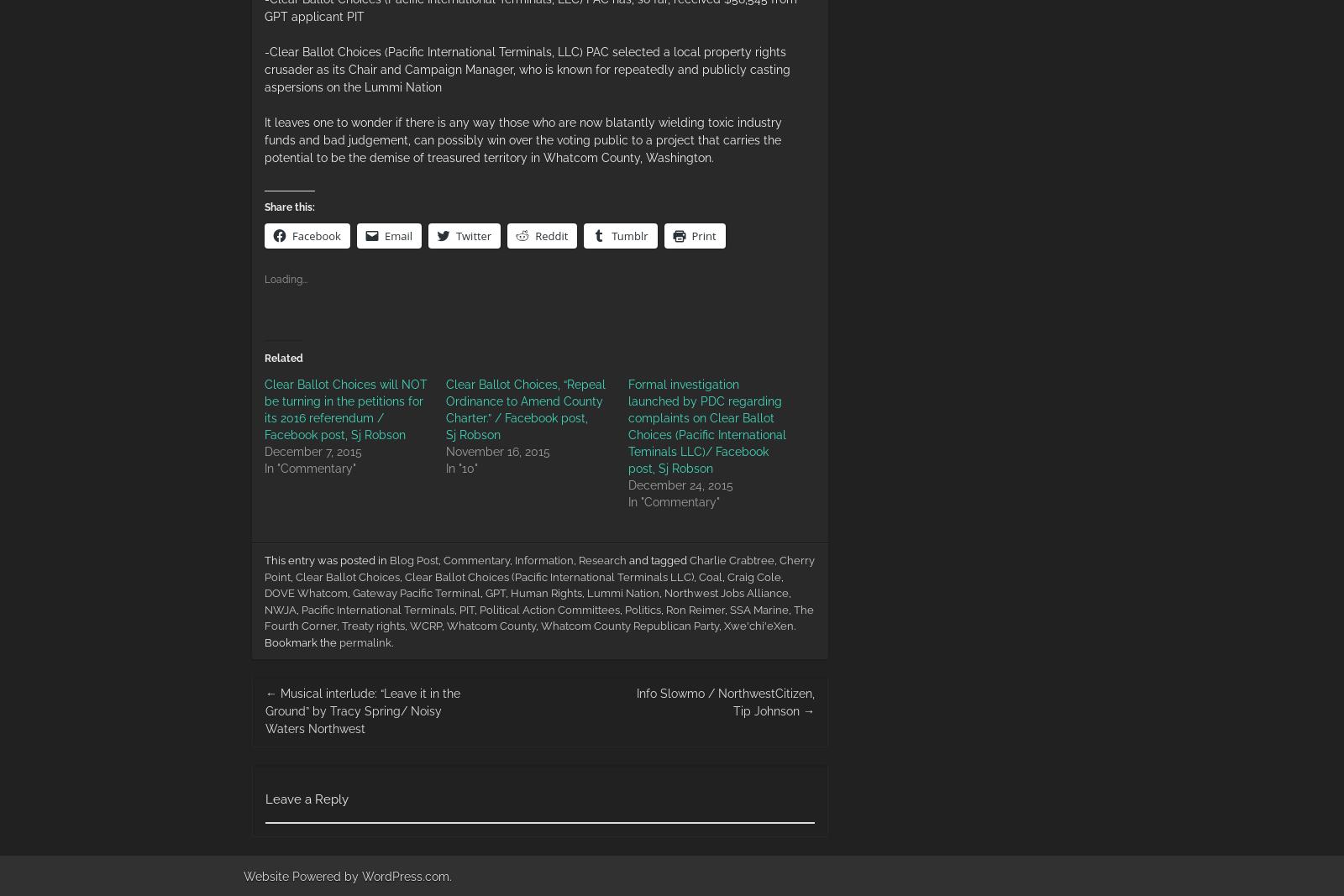 The height and width of the screenshot is (896, 1344). Describe the element at coordinates (549, 608) in the screenshot. I see `'Political Action Committees'` at that location.